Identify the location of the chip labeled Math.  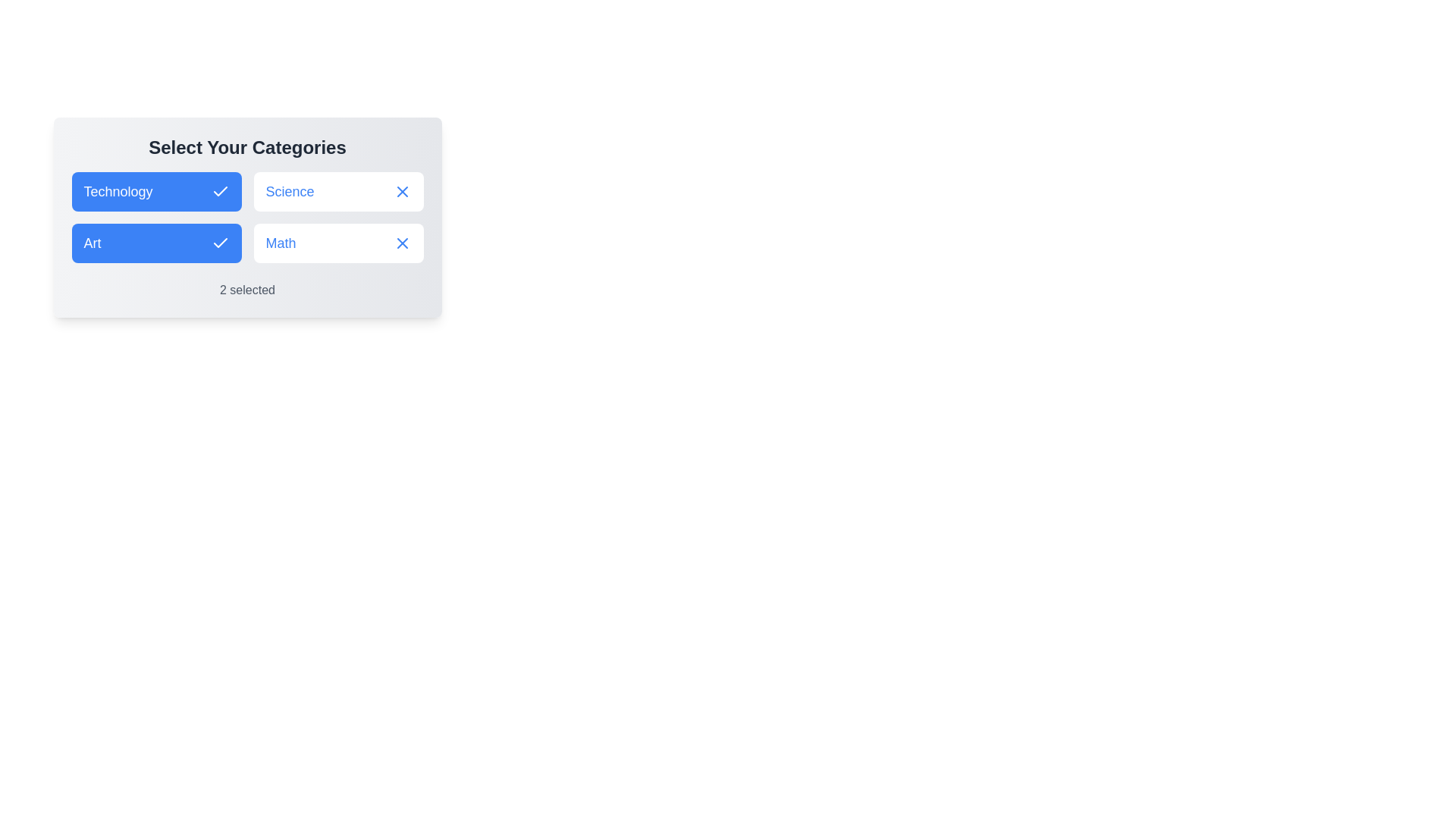
(337, 242).